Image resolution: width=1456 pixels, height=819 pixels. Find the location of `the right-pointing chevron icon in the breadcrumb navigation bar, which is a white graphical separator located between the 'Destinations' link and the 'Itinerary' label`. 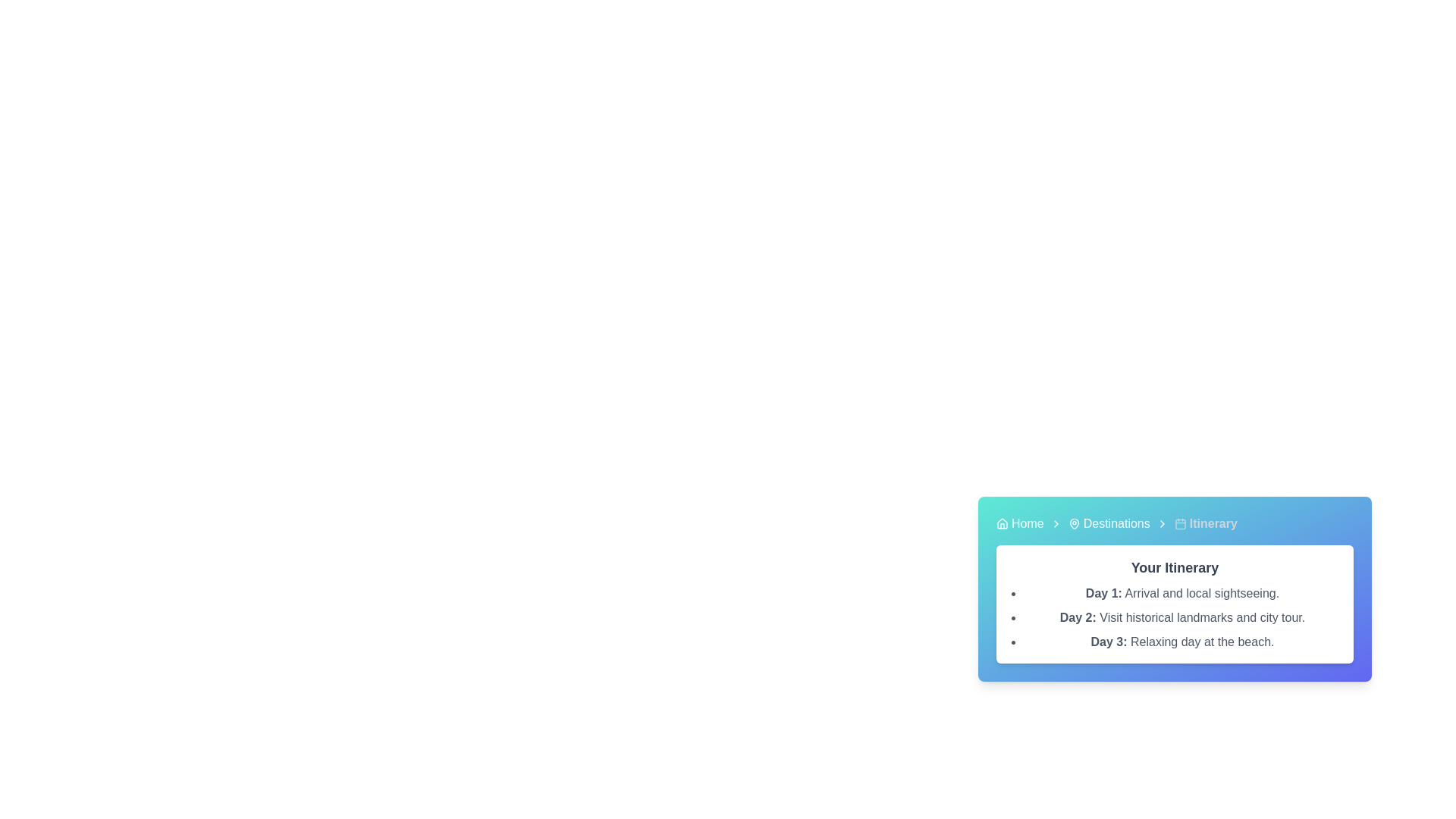

the right-pointing chevron icon in the breadcrumb navigation bar, which is a white graphical separator located between the 'Destinations' link and the 'Itinerary' label is located at coordinates (1161, 522).